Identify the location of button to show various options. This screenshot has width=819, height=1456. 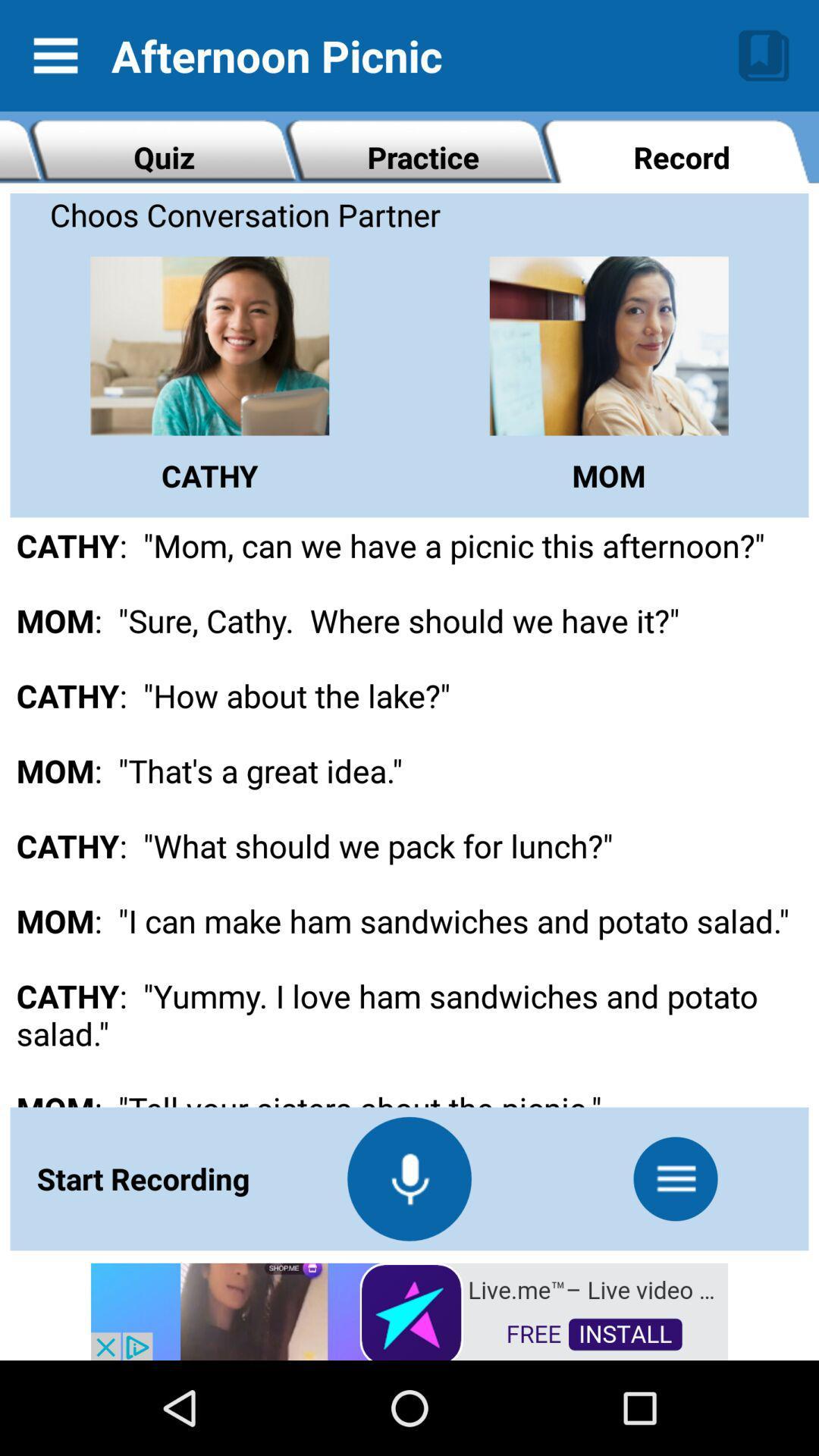
(675, 1178).